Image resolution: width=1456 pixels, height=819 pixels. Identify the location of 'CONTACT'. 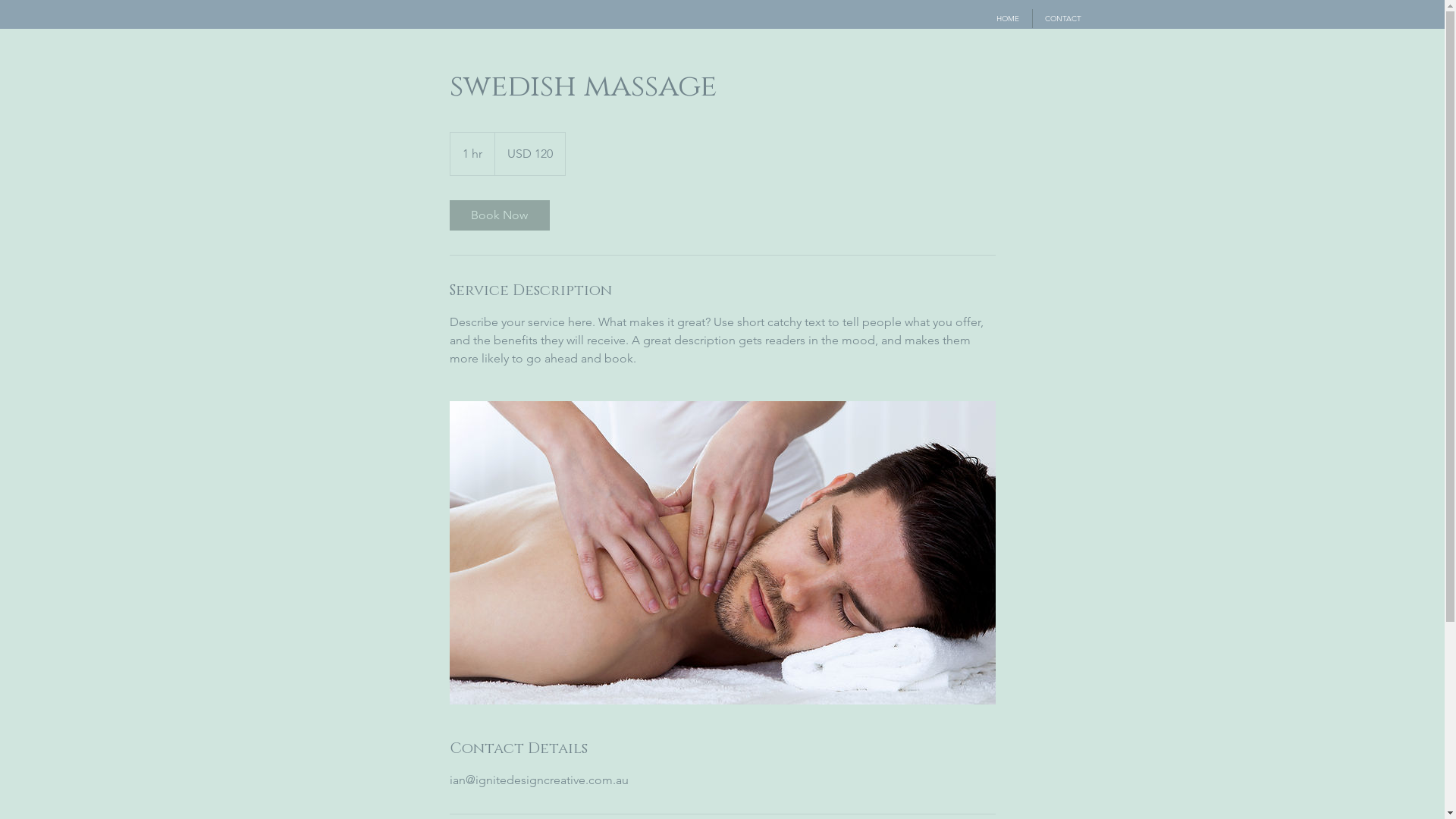
(1062, 18).